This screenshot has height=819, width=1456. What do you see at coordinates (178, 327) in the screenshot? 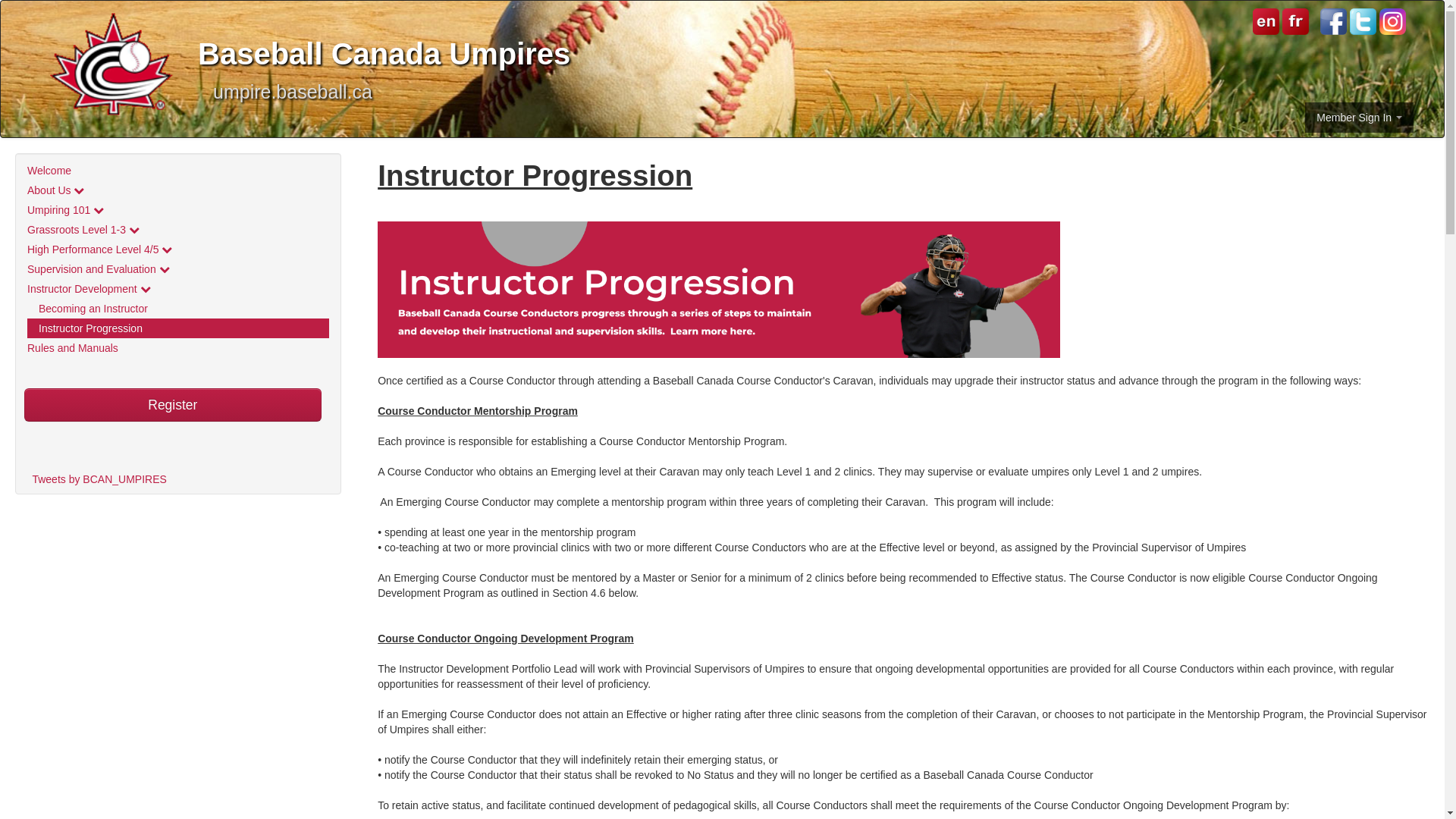
I see `'Instructor Progression'` at bounding box center [178, 327].